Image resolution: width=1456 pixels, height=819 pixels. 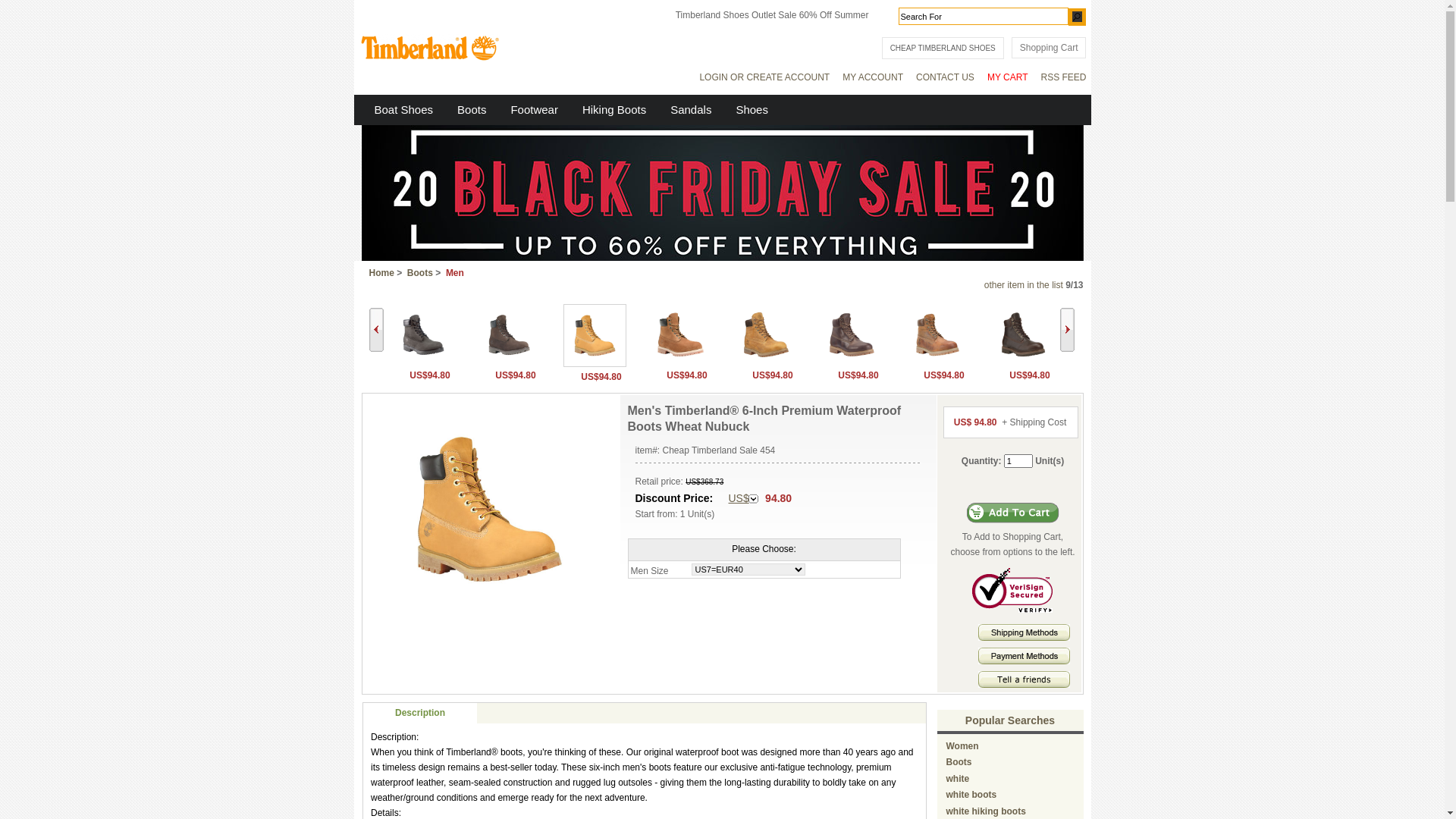 What do you see at coordinates (1008, 76) in the screenshot?
I see `'MY CART'` at bounding box center [1008, 76].